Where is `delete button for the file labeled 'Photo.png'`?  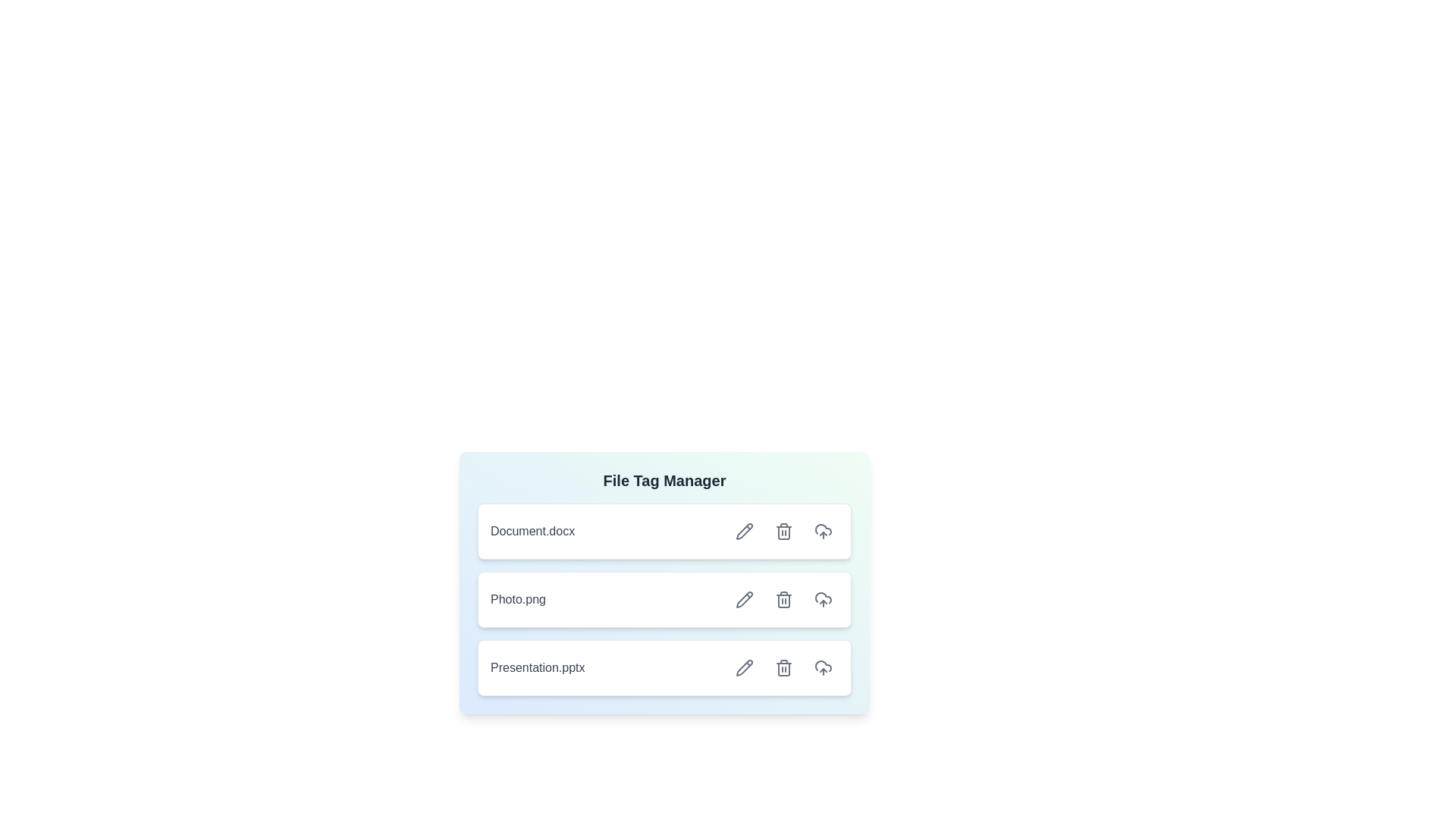
delete button for the file labeled 'Photo.png' is located at coordinates (783, 598).